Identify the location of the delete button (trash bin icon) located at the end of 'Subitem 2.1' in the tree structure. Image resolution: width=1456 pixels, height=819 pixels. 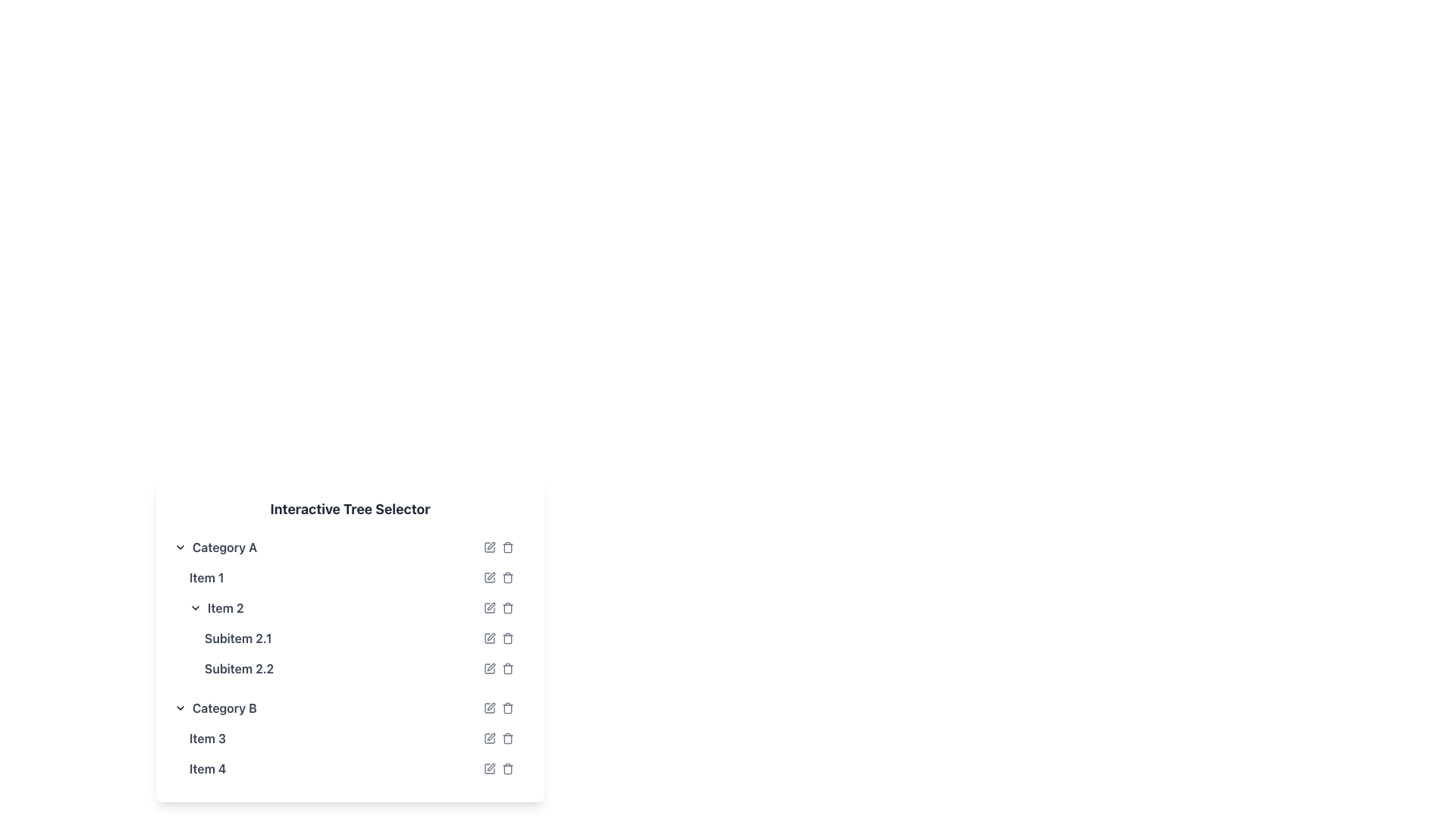
(508, 638).